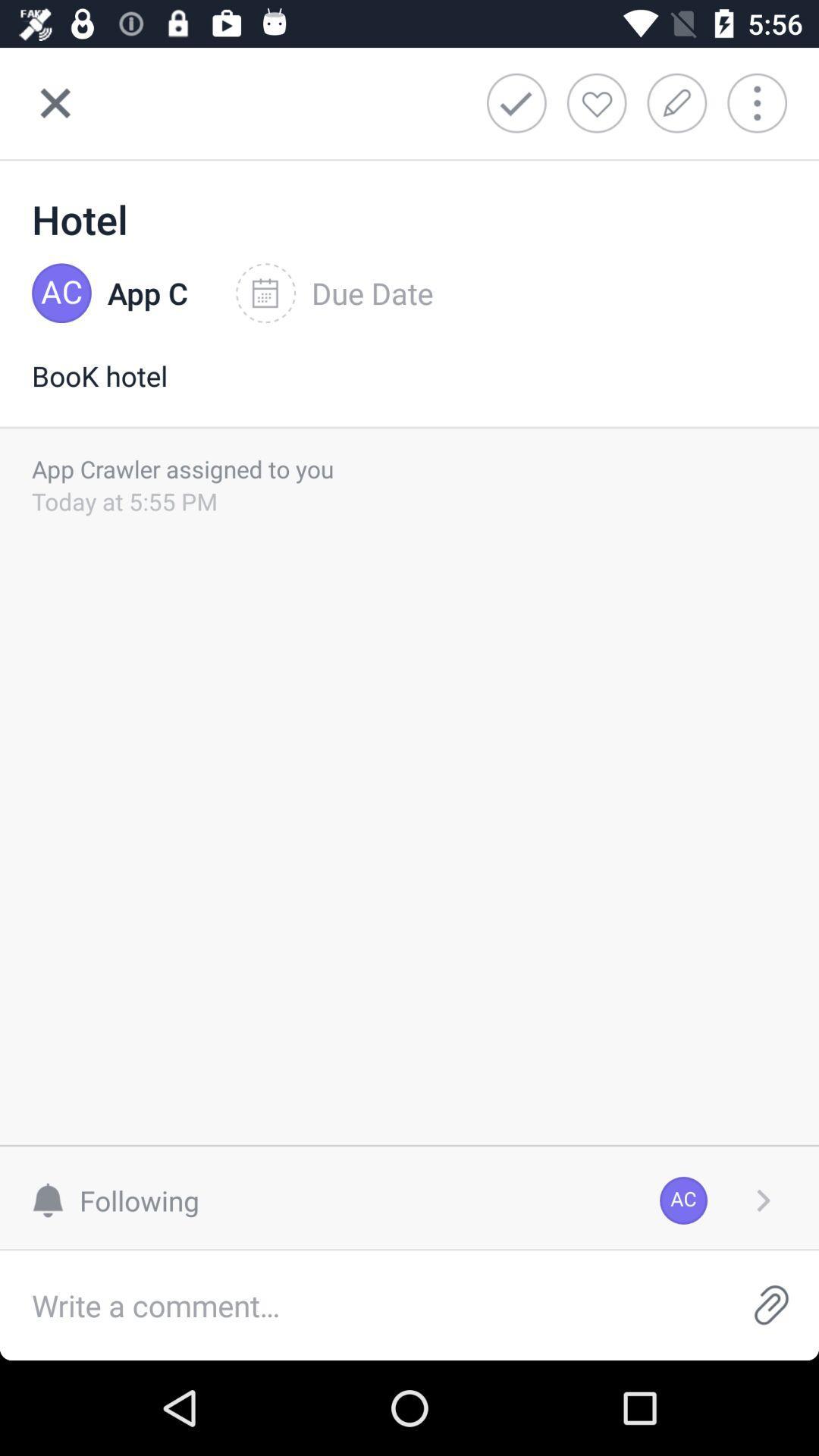 Image resolution: width=819 pixels, height=1456 pixels. What do you see at coordinates (767, 102) in the screenshot?
I see `more info` at bounding box center [767, 102].